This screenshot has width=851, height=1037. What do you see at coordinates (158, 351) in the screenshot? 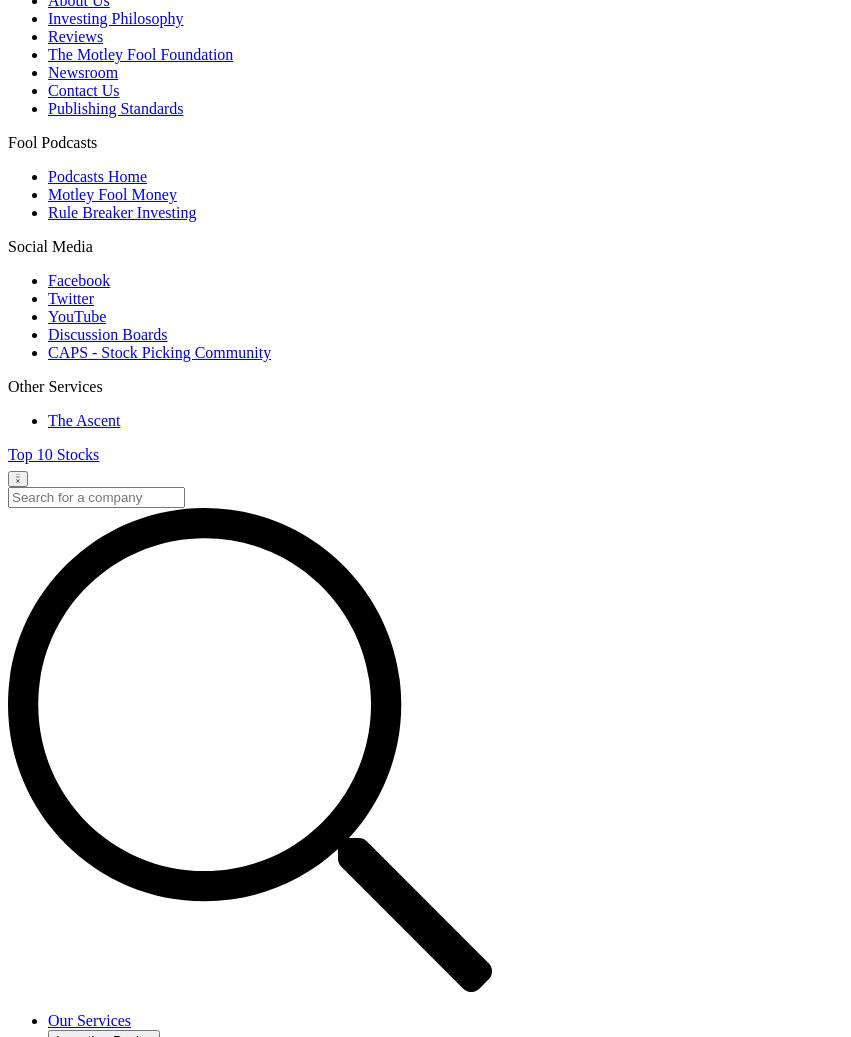
I see `'CAPS - Stock Picking Community'` at bounding box center [158, 351].